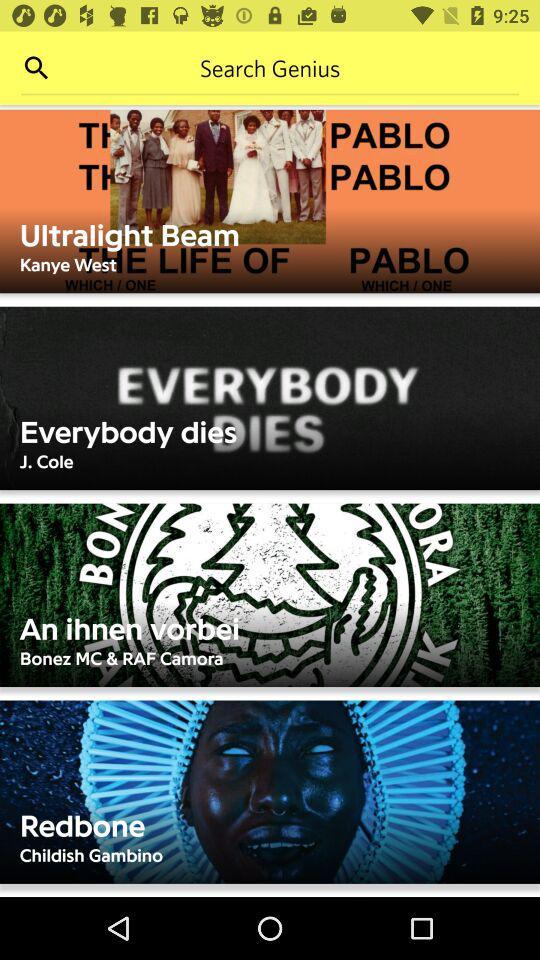 The height and width of the screenshot is (960, 540). What do you see at coordinates (36, 68) in the screenshot?
I see `search option` at bounding box center [36, 68].